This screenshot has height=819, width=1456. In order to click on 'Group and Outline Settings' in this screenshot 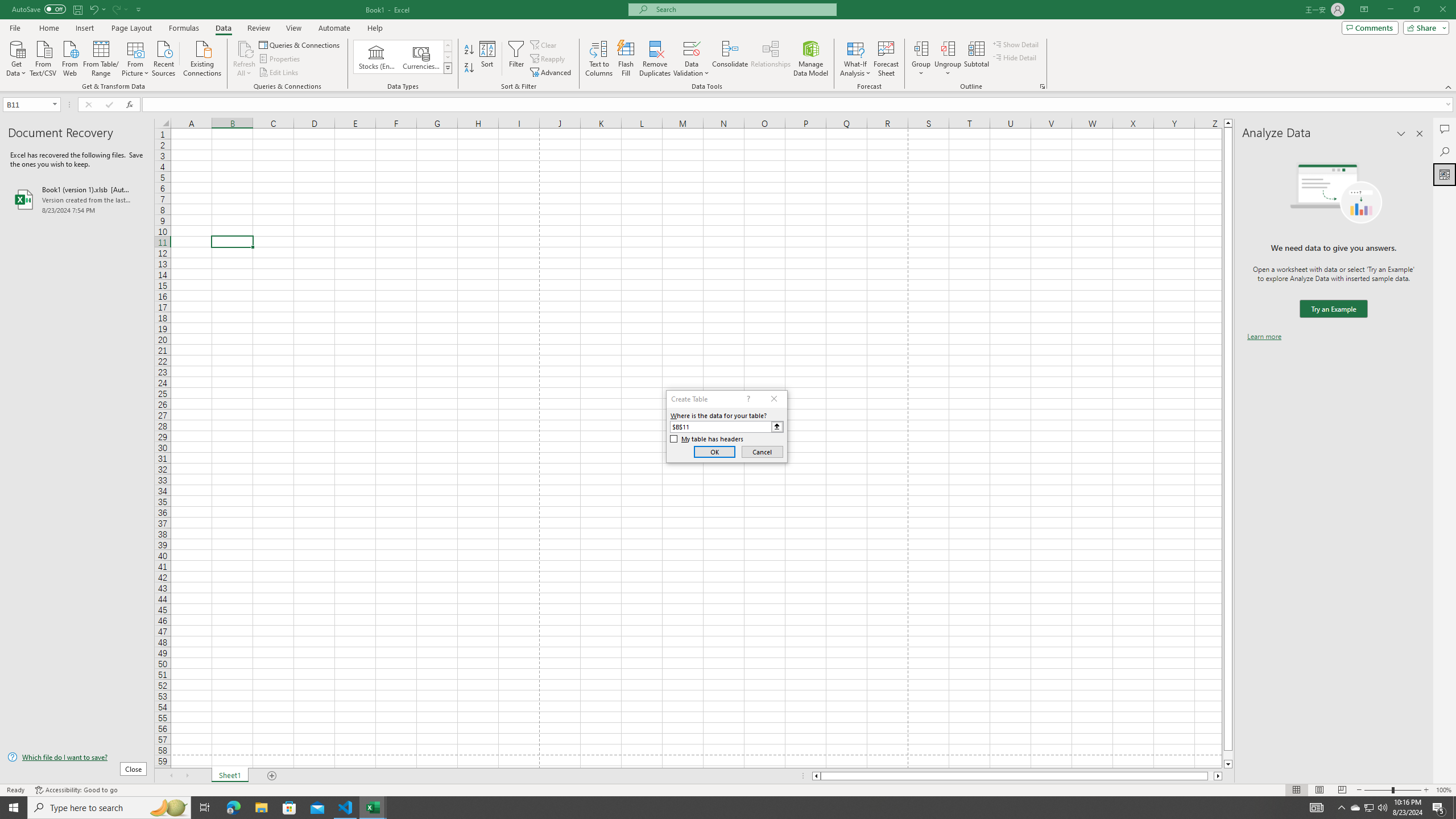, I will do `click(1041, 85)`.